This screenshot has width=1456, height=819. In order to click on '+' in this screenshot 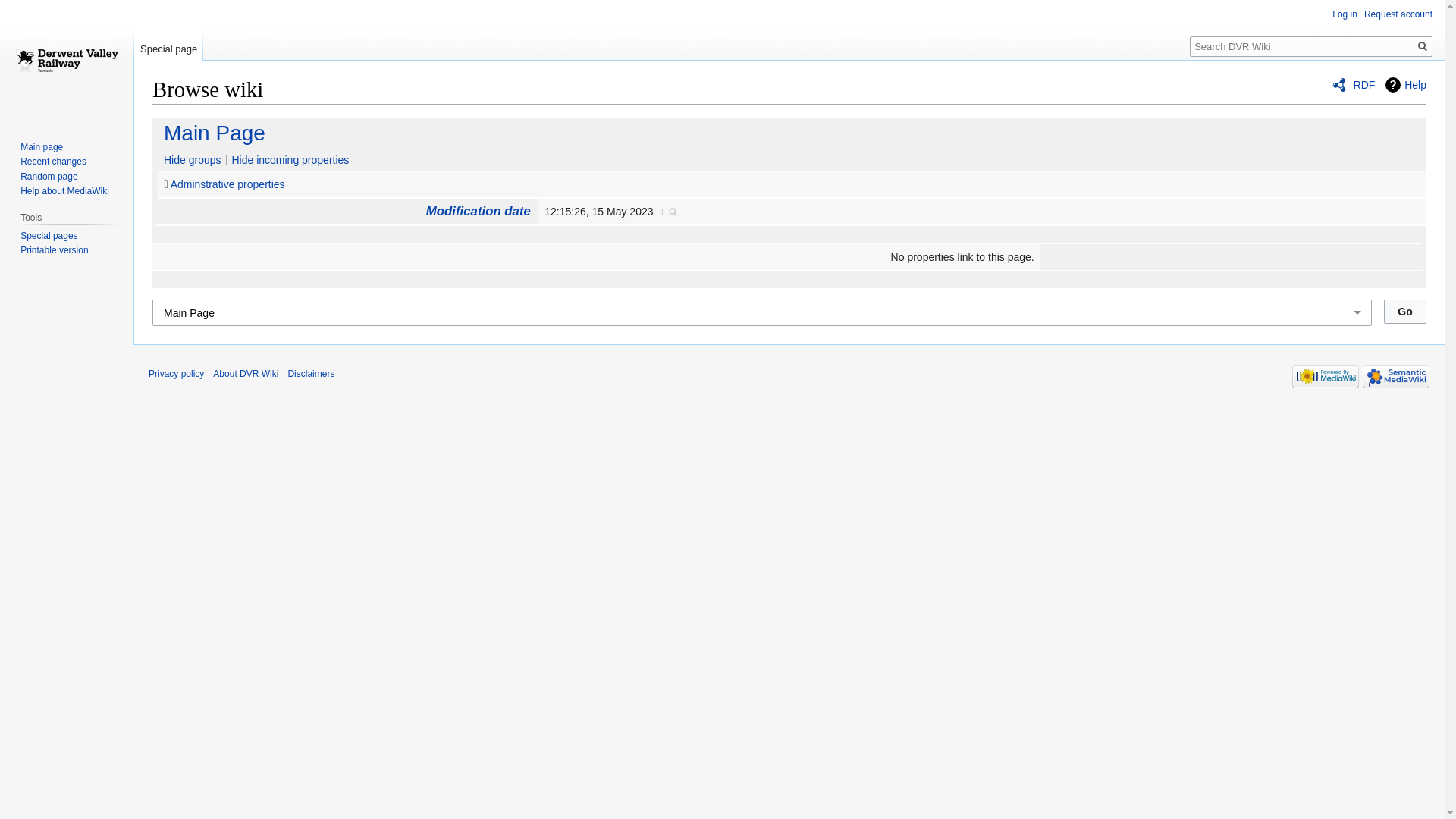, I will do `click(668, 211)`.